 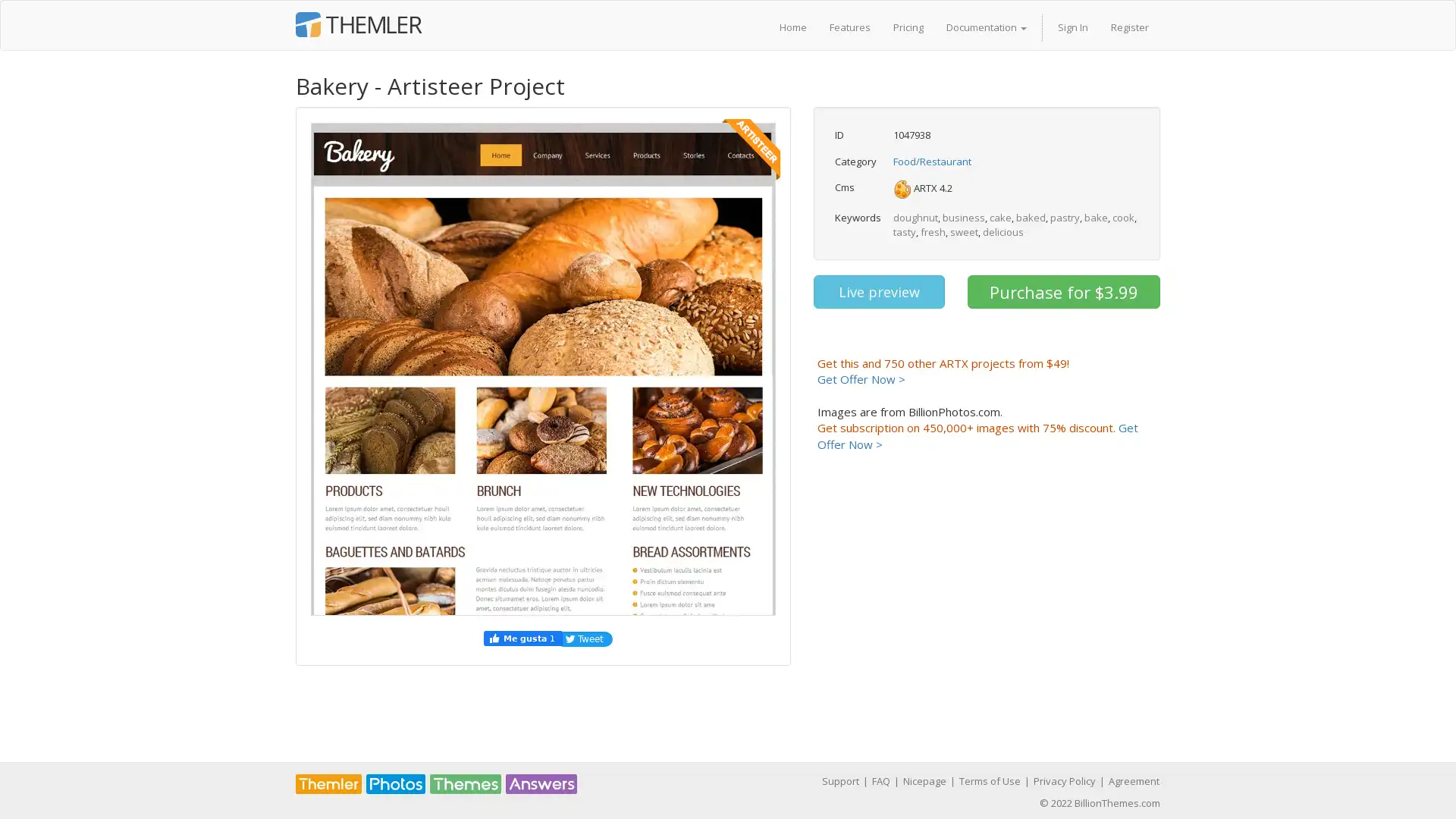 What do you see at coordinates (986, 27) in the screenshot?
I see `Documentation` at bounding box center [986, 27].